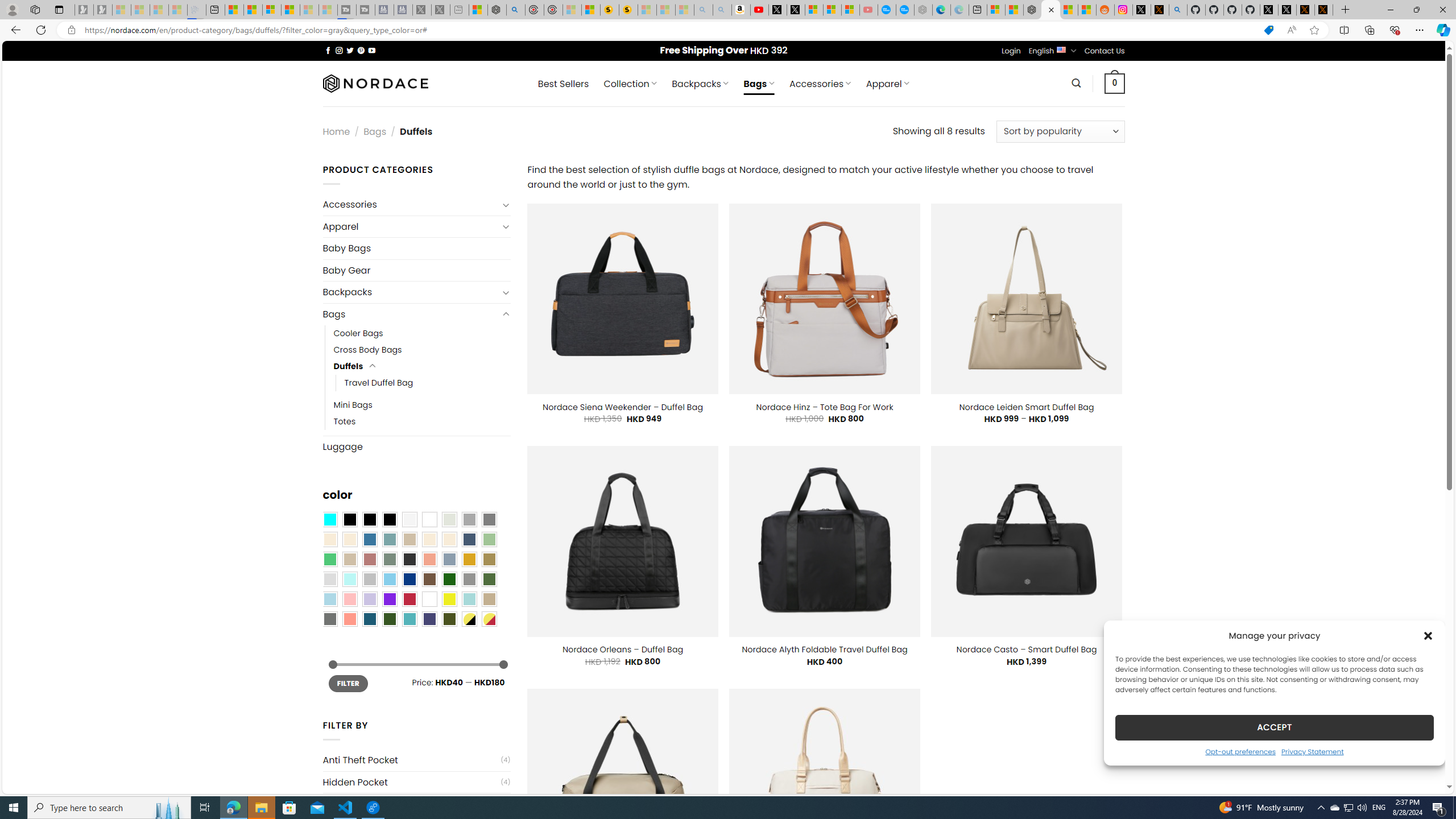 The width and height of the screenshot is (1456, 819). I want to click on 'Yellow', so click(449, 599).